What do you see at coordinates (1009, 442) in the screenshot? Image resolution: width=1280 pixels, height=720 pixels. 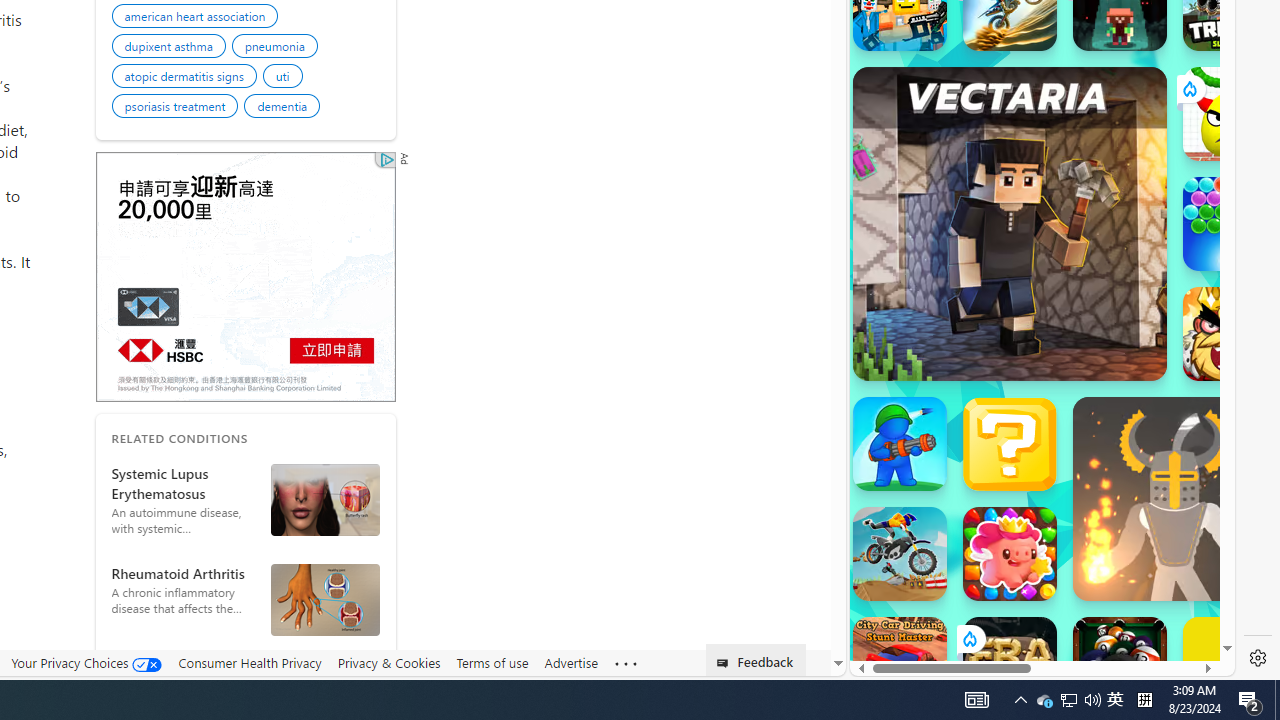 I see `'Mystery Tile'` at bounding box center [1009, 442].